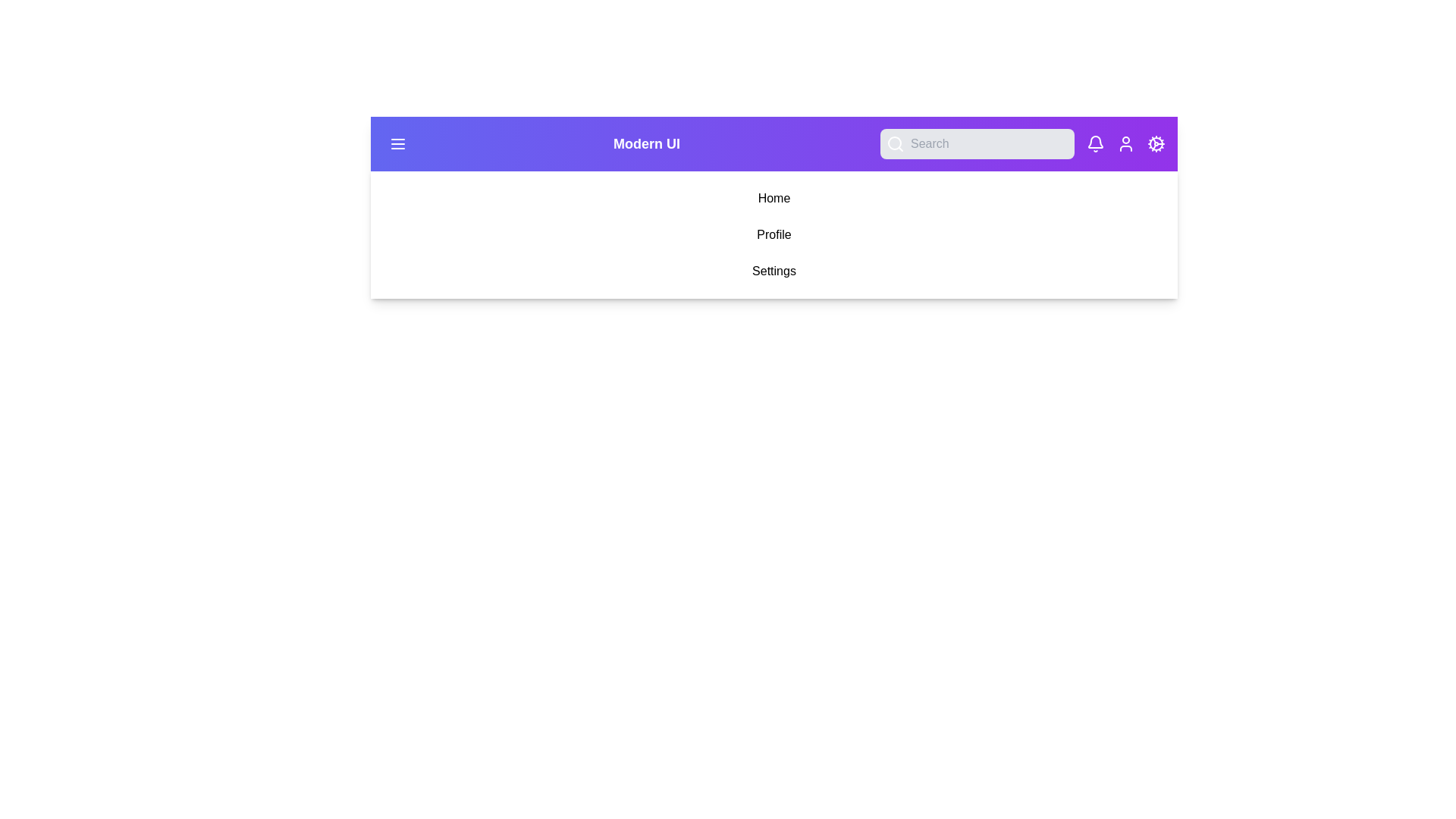  Describe the element at coordinates (774, 198) in the screenshot. I see `the menu item Home` at that location.